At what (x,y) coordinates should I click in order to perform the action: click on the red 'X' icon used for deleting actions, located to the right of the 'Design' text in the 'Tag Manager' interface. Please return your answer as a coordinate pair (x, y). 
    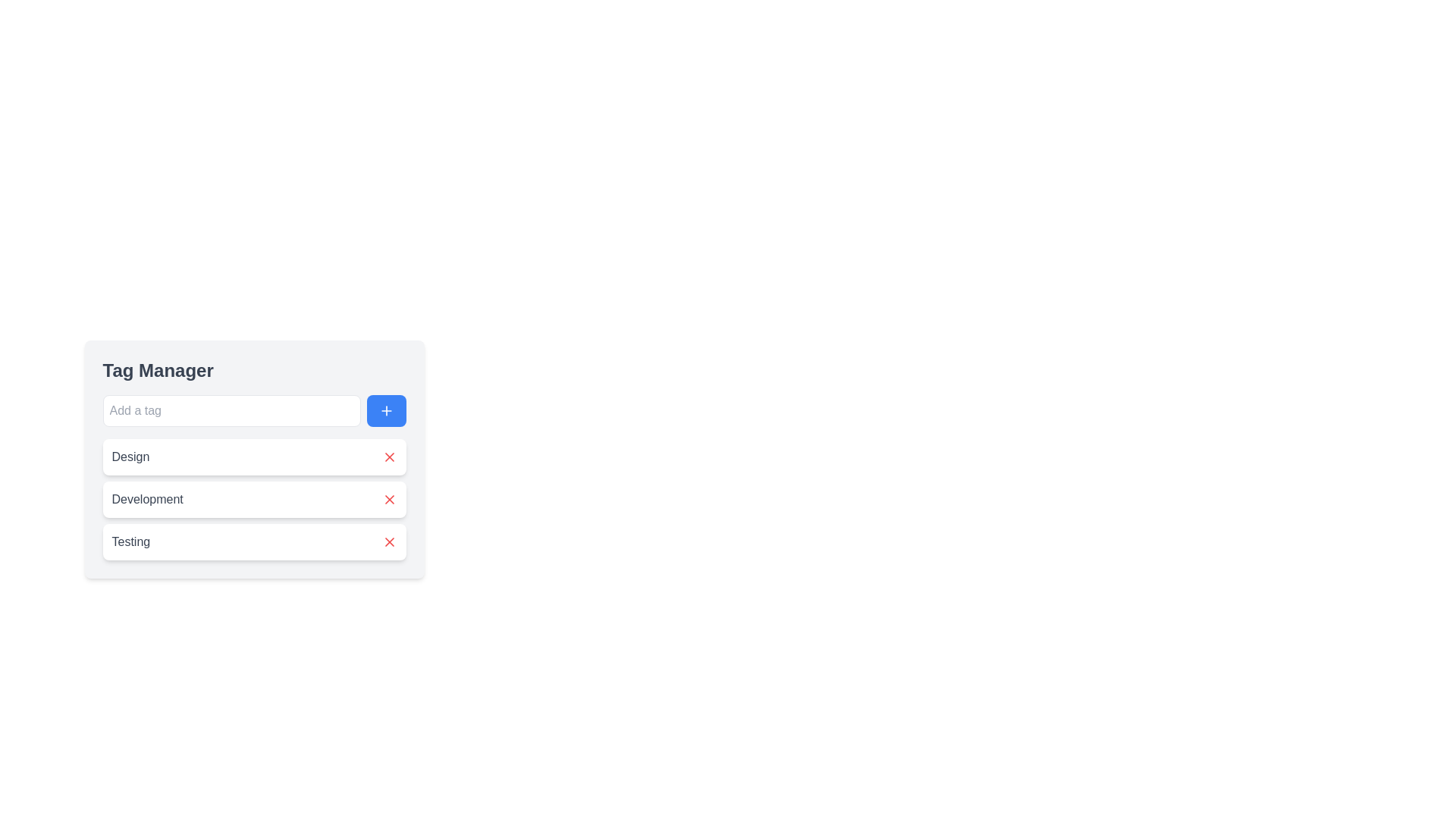
    Looking at the image, I should click on (389, 456).